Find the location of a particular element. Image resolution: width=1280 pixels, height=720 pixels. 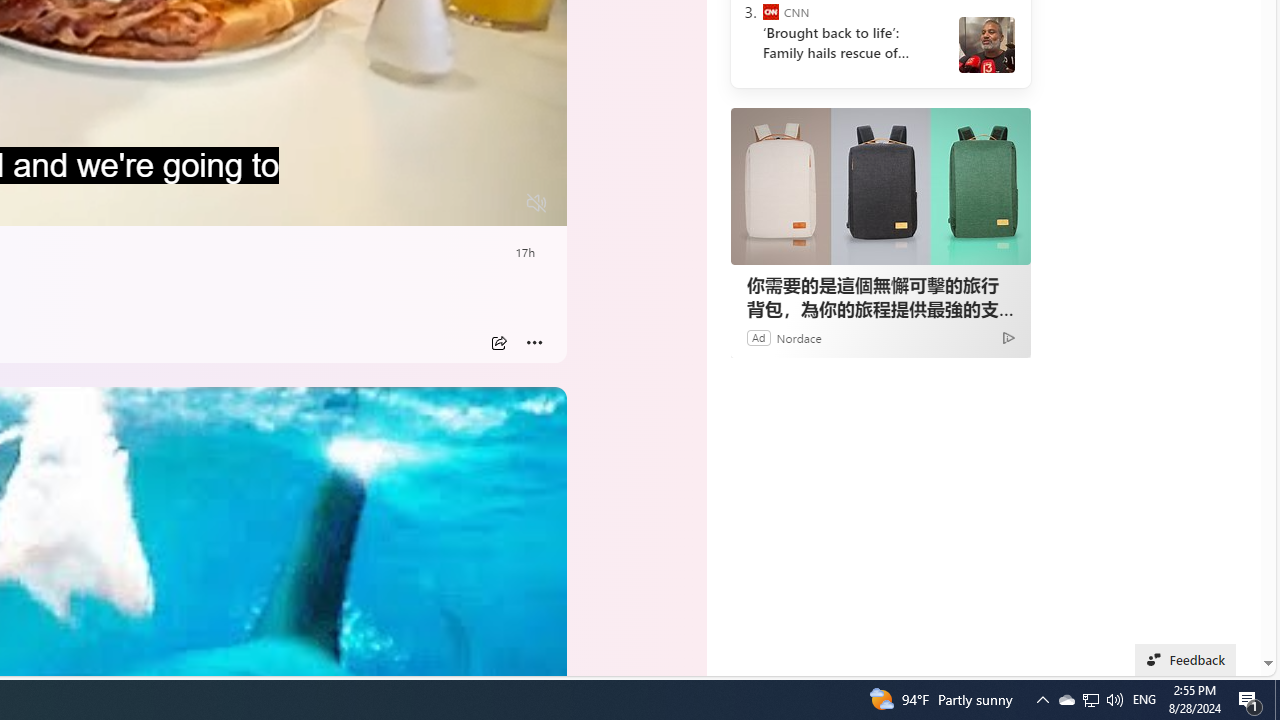

'Share' is located at coordinates (498, 342).